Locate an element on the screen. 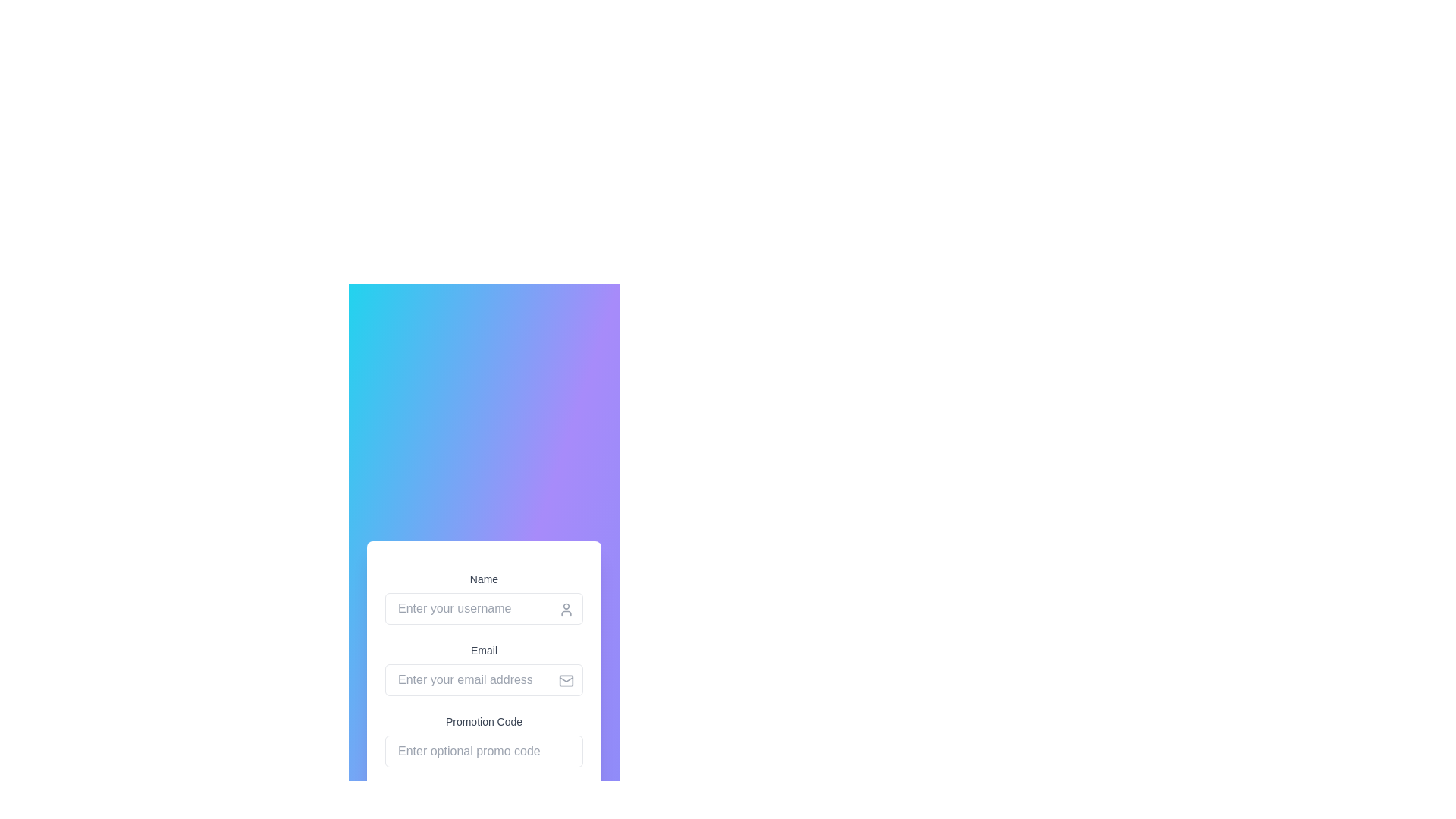 Image resolution: width=1456 pixels, height=819 pixels. the text input field labeled 'Name' that displays 'Enter your username' as placeholder text to focus on it is located at coordinates (483, 598).